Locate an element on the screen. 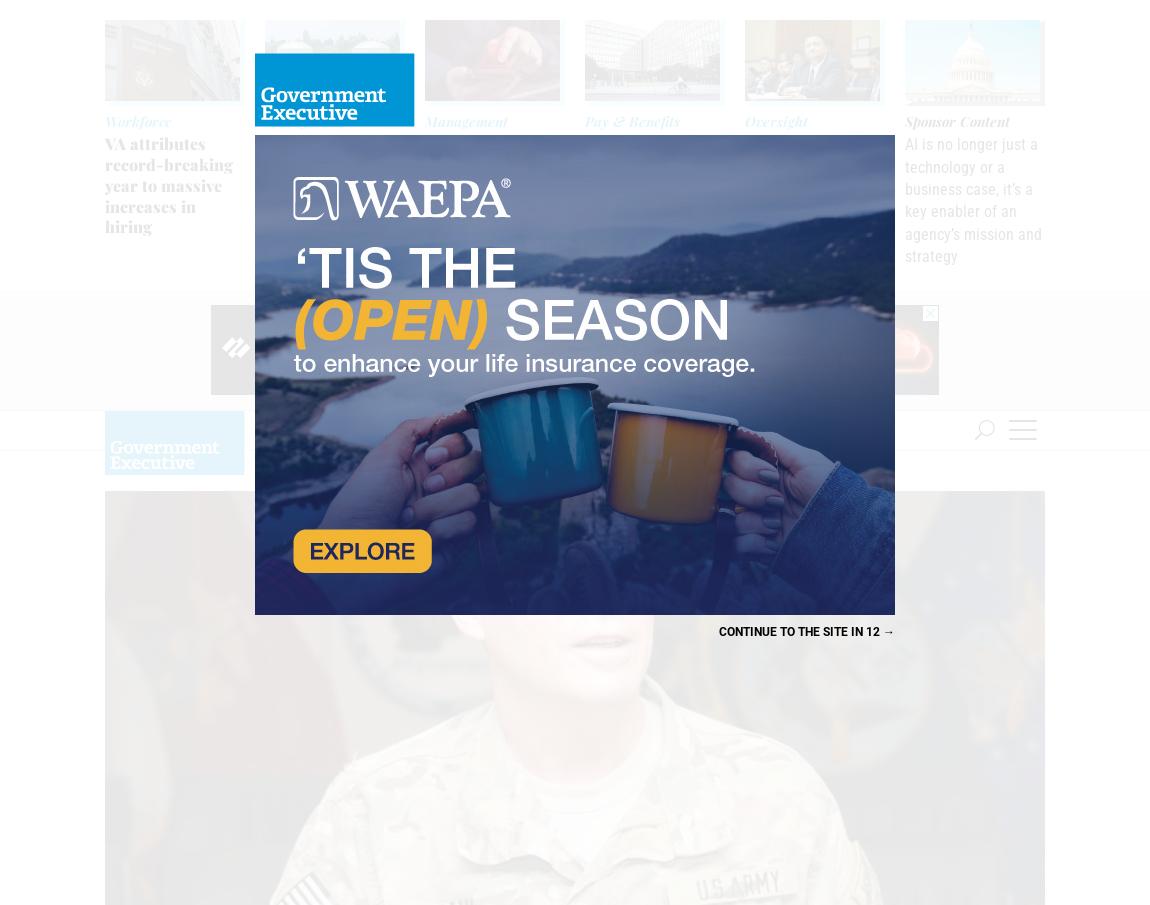 This screenshot has height=905, width=1150. 'Pay & Benefits' is located at coordinates (630, 120).